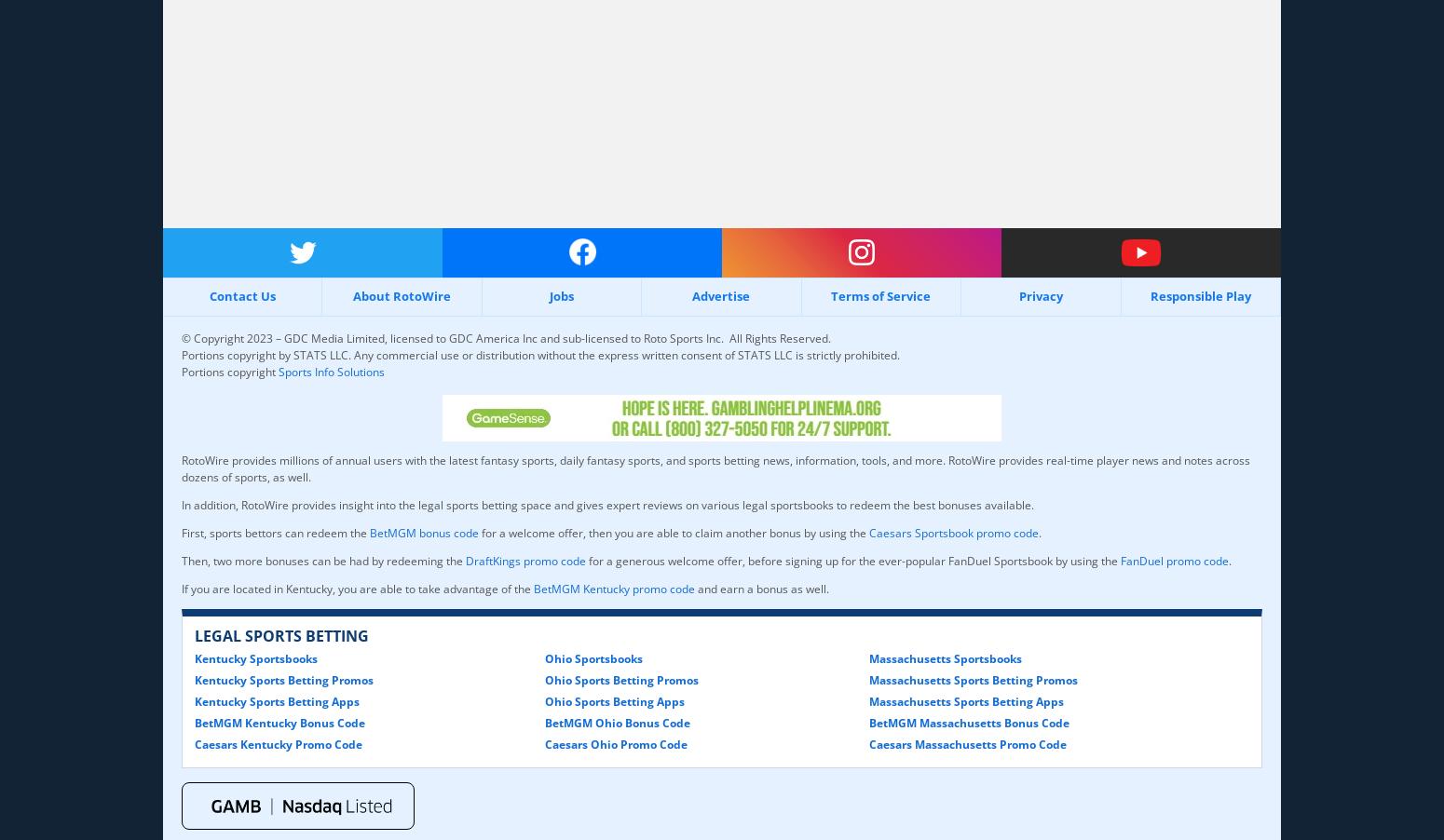 This screenshot has width=1444, height=840. Describe the element at coordinates (613, 587) in the screenshot. I see `'BetMGM Kentucky promo code'` at that location.